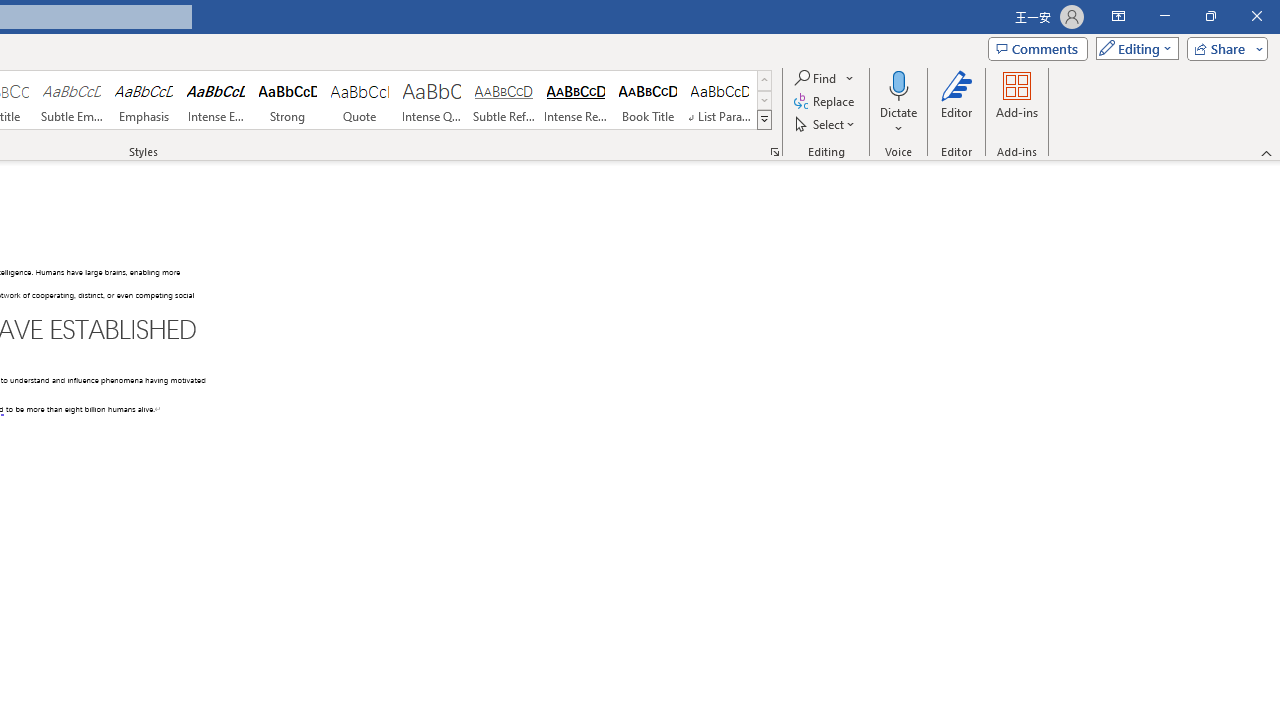 The image size is (1280, 720). Describe the element at coordinates (955, 103) in the screenshot. I see `'Editor'` at that location.